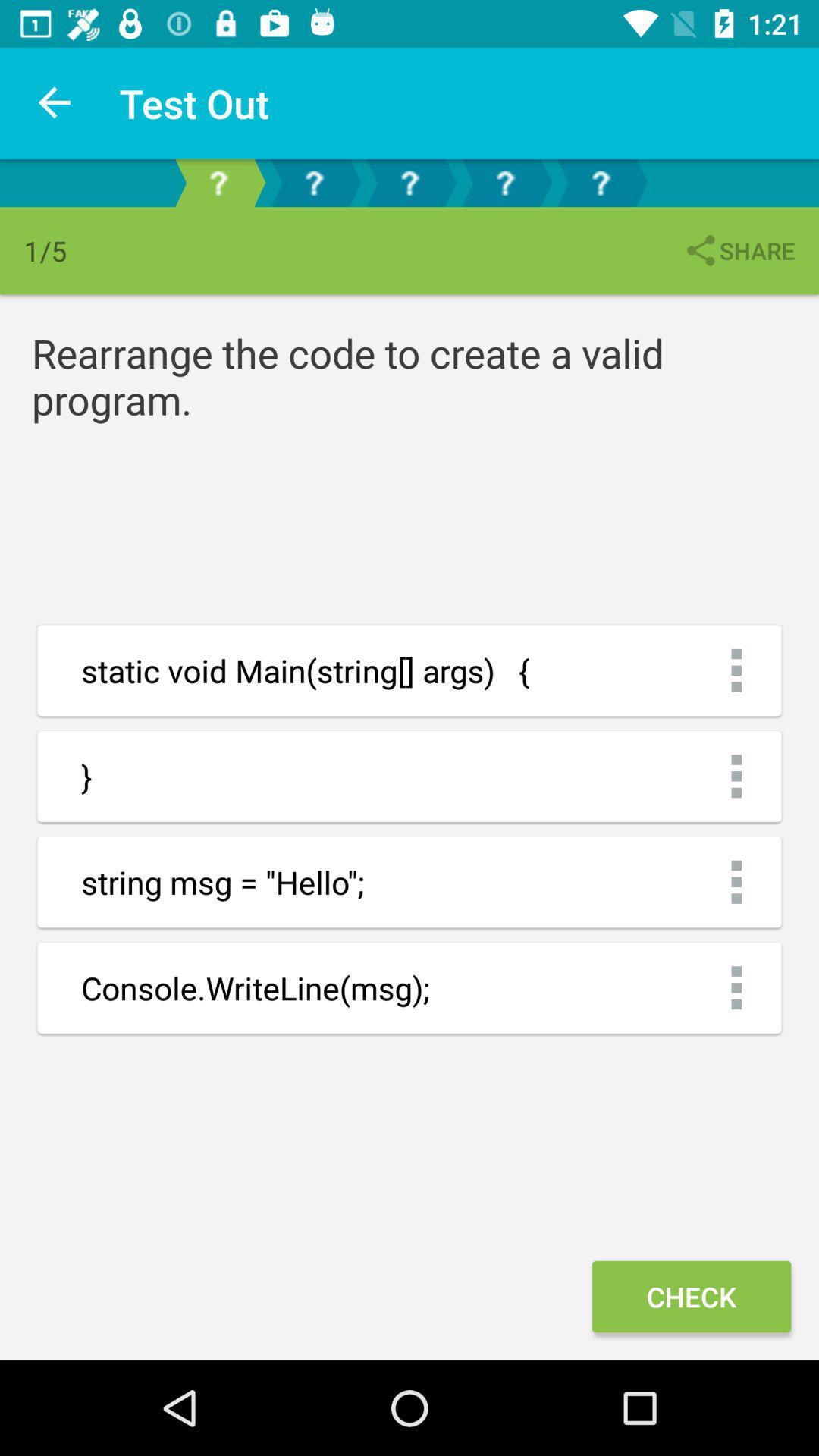  Describe the element at coordinates (505, 182) in the screenshot. I see `that` at that location.